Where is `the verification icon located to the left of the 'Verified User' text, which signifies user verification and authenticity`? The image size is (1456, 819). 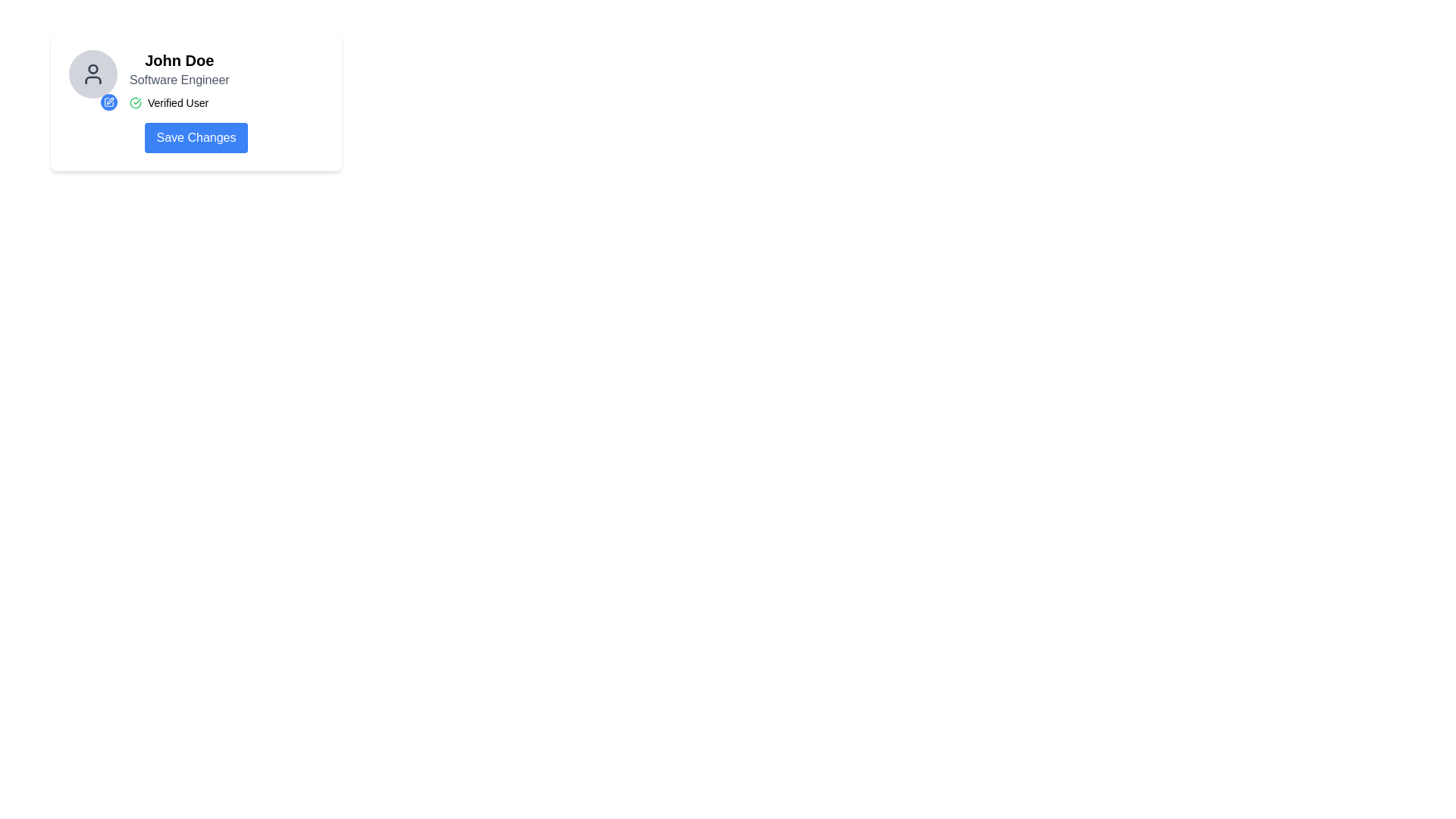 the verification icon located to the left of the 'Verified User' text, which signifies user verification and authenticity is located at coordinates (135, 102).